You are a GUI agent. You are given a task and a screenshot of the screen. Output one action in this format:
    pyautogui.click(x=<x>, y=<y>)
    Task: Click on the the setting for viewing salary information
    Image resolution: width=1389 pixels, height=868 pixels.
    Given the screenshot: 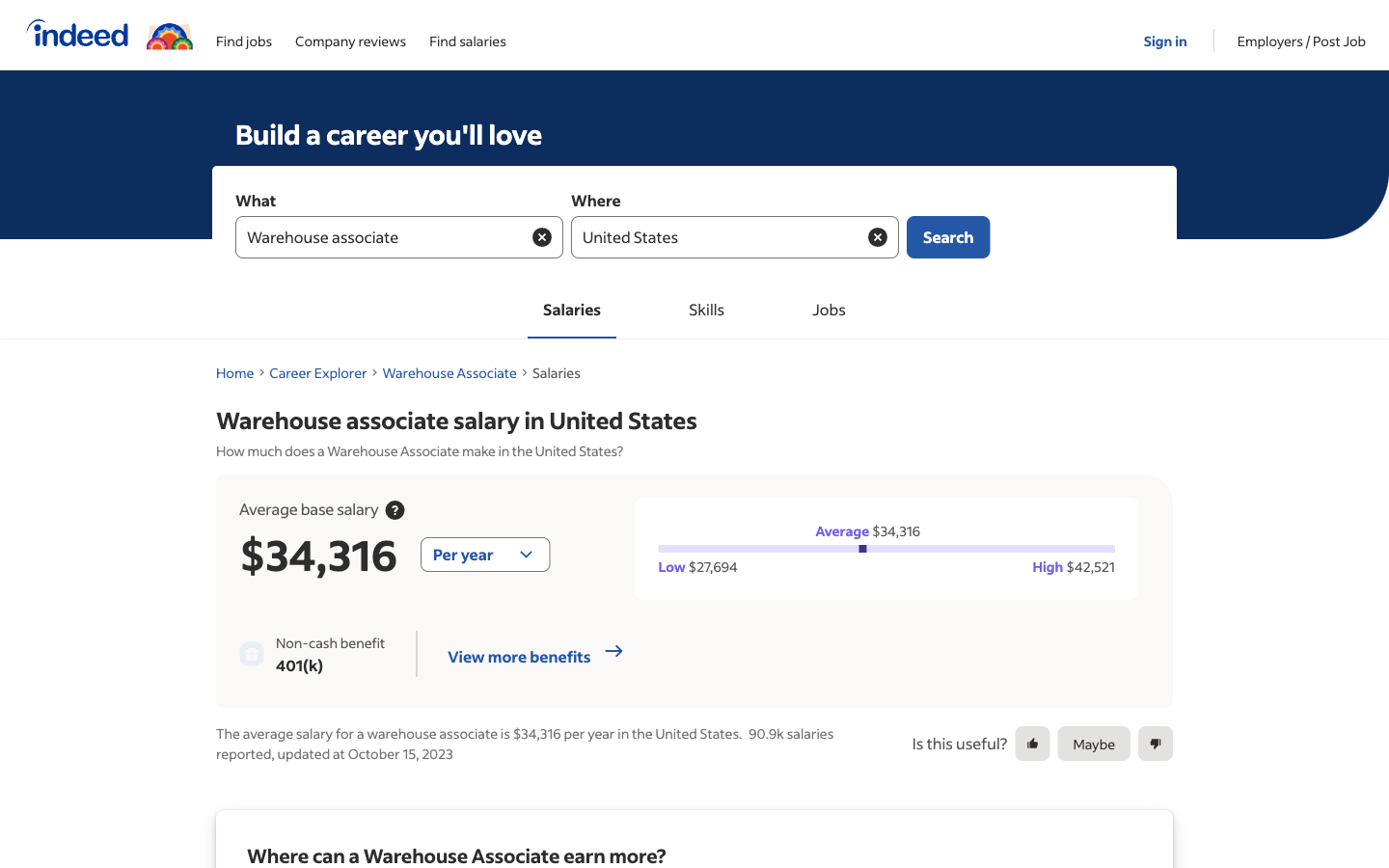 What is the action you would take?
    pyautogui.click(x=483, y=555)
    